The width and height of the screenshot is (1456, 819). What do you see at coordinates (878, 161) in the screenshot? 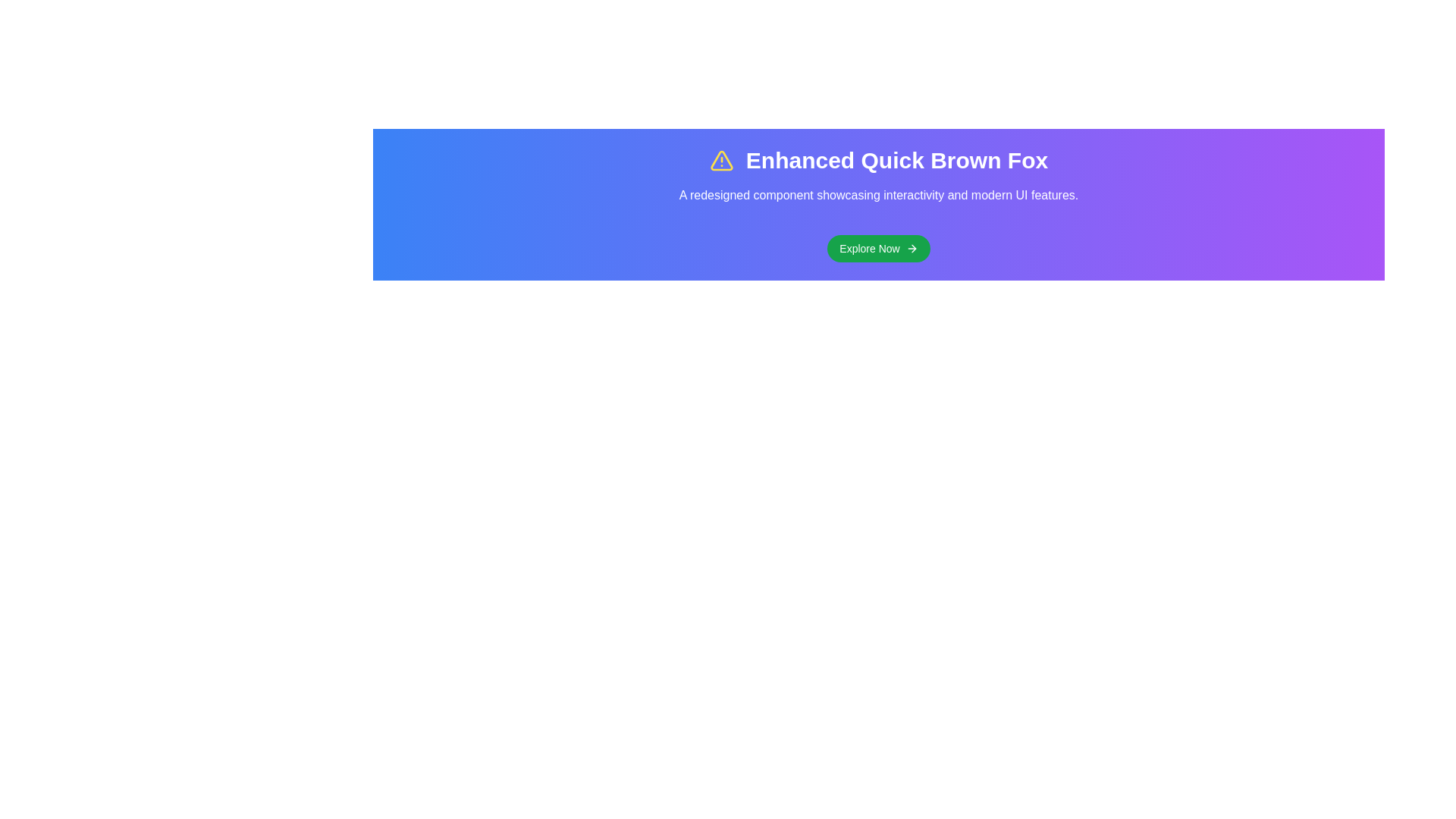
I see `the bold title text 'Enhanced Quick Brown Fox' with a yellow triangular alert icon, prominently displayed on a gradient background` at bounding box center [878, 161].